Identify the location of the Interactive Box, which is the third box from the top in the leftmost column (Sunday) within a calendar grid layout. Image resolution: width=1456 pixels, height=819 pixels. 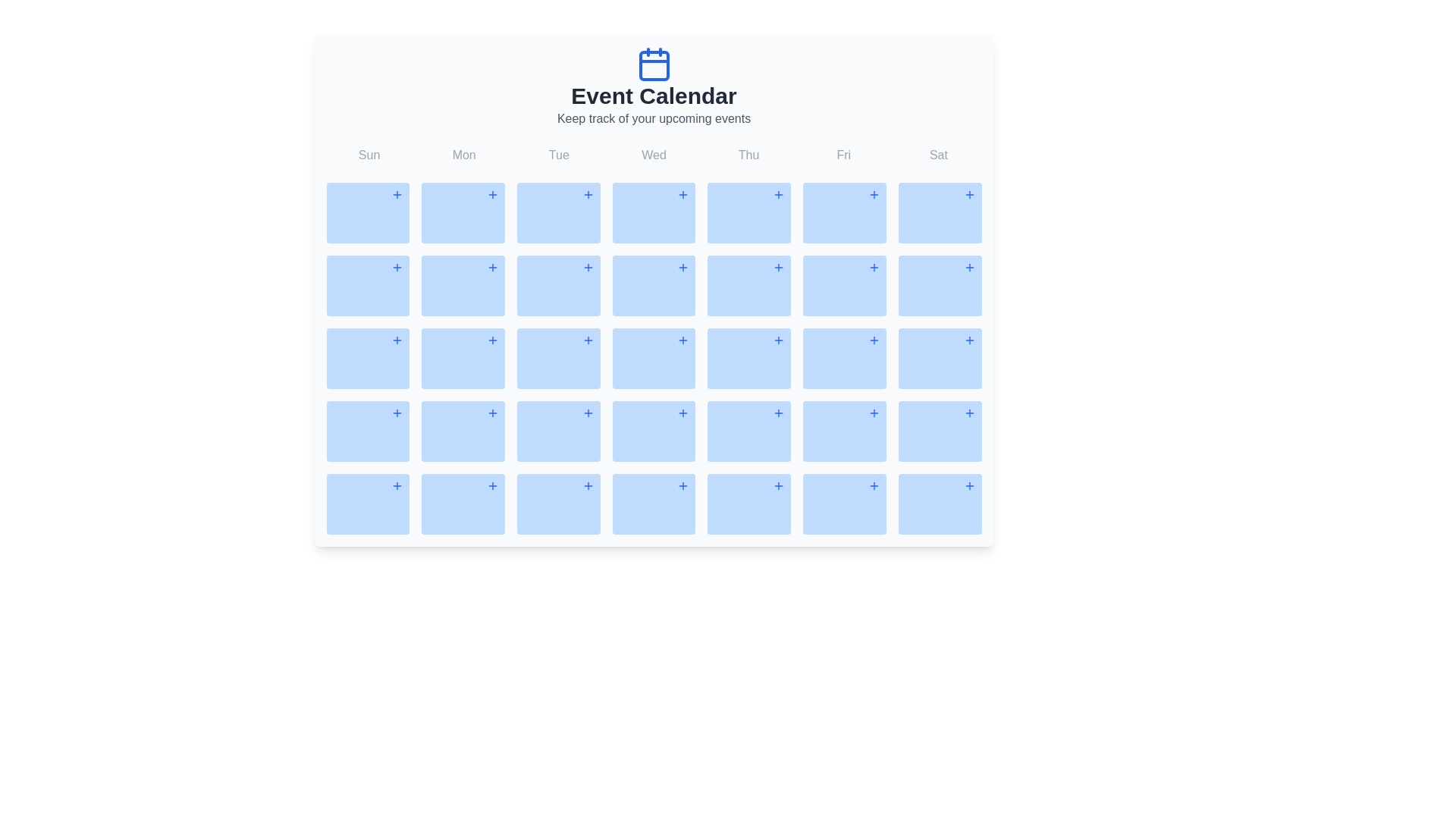
(368, 359).